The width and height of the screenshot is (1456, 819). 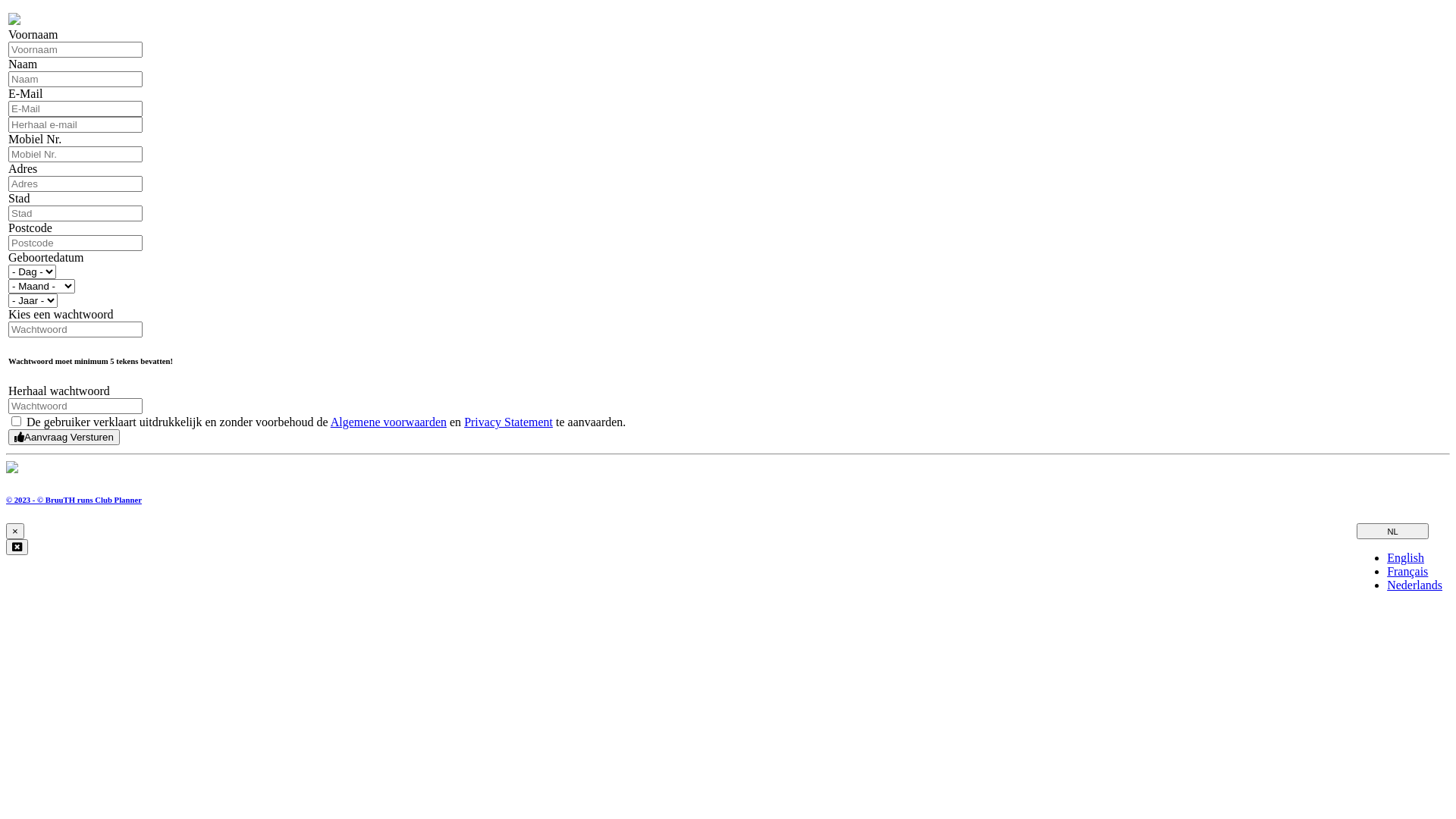 I want to click on 'Algemene voorwaarden', so click(x=330, y=422).